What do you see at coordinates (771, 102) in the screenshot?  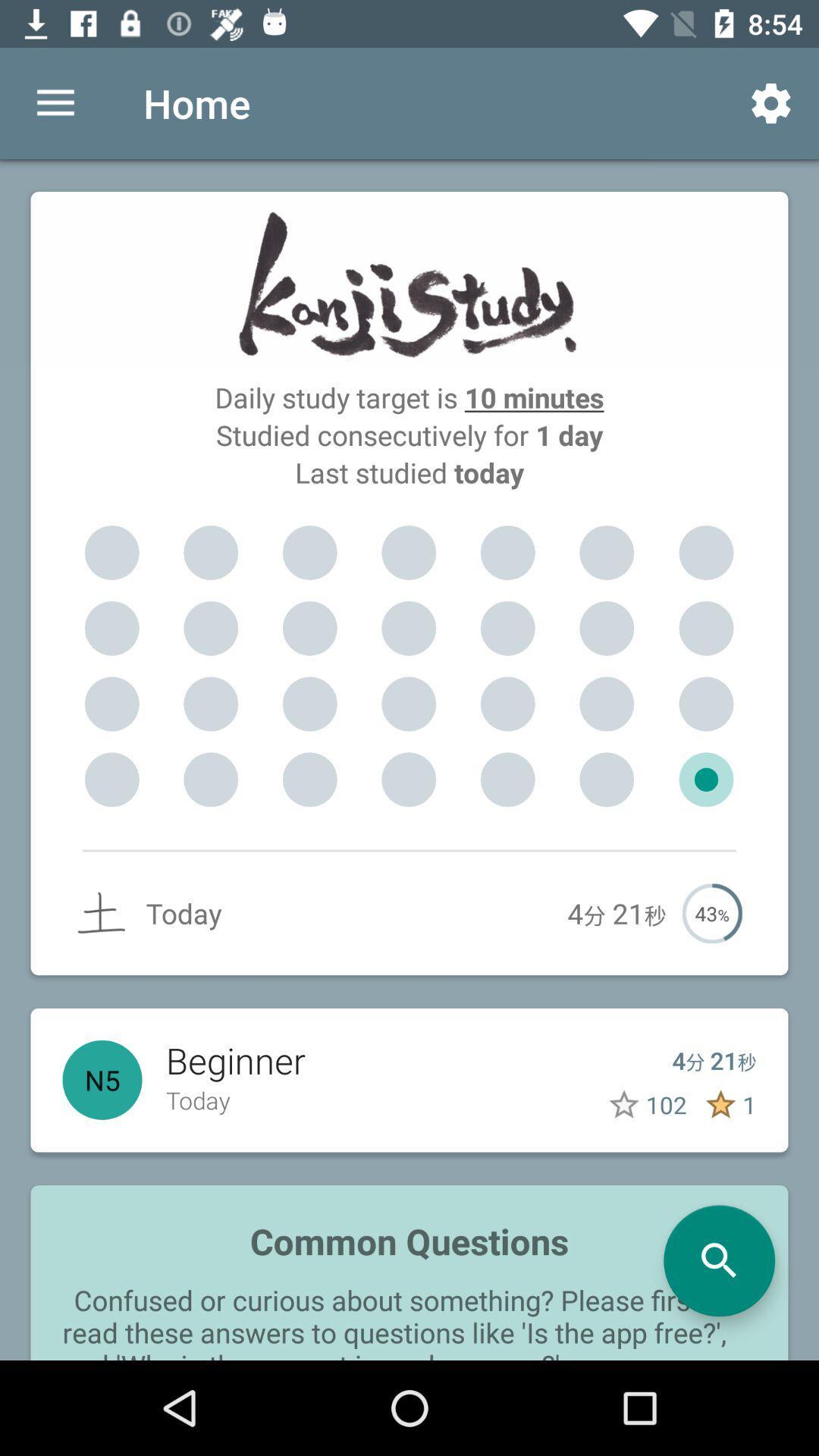 I see `icon at the top right corner` at bounding box center [771, 102].